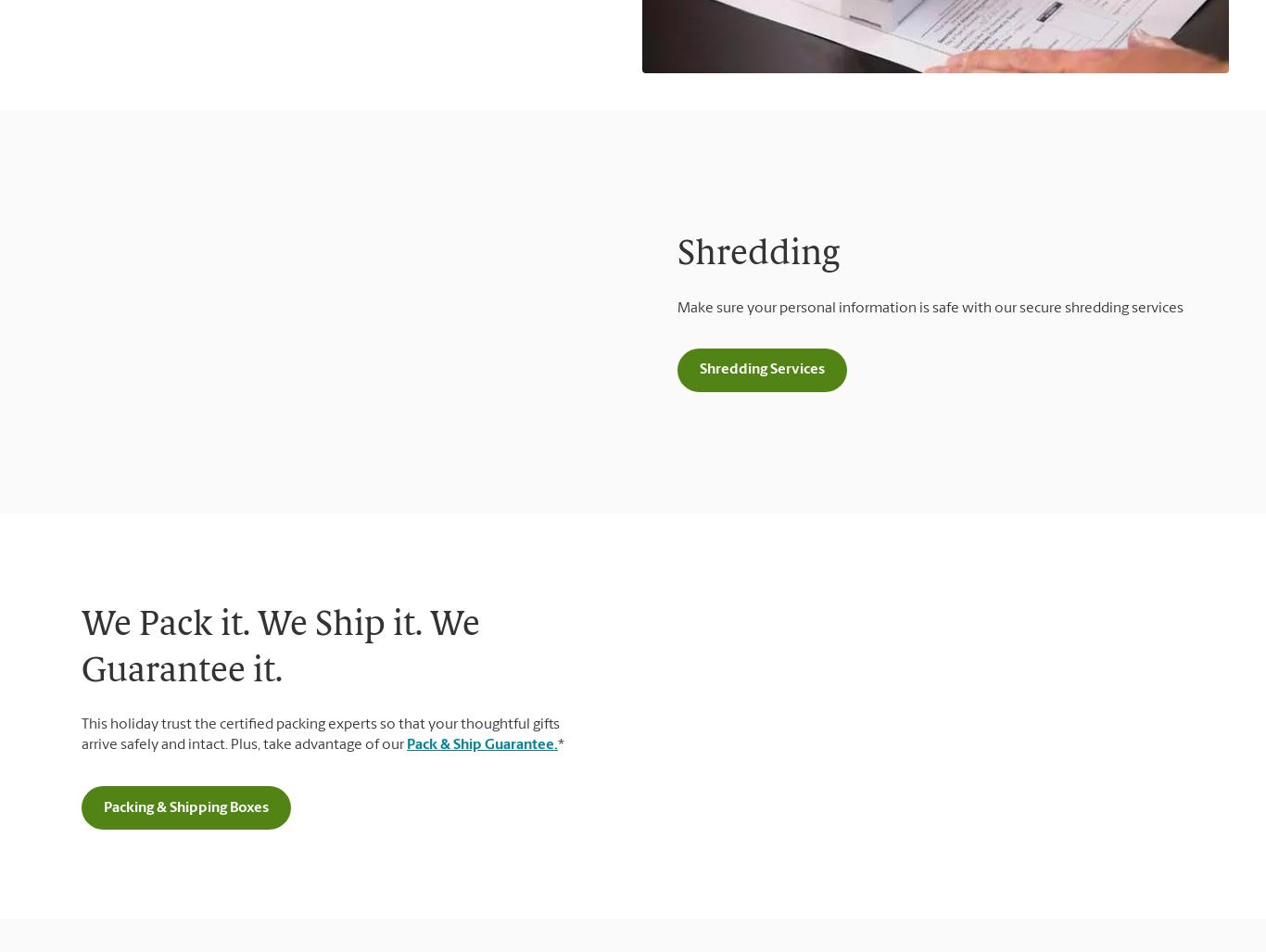  What do you see at coordinates (250, 566) in the screenshot?
I see `'. The UPS Store, Inc. is a UPS® company.'` at bounding box center [250, 566].